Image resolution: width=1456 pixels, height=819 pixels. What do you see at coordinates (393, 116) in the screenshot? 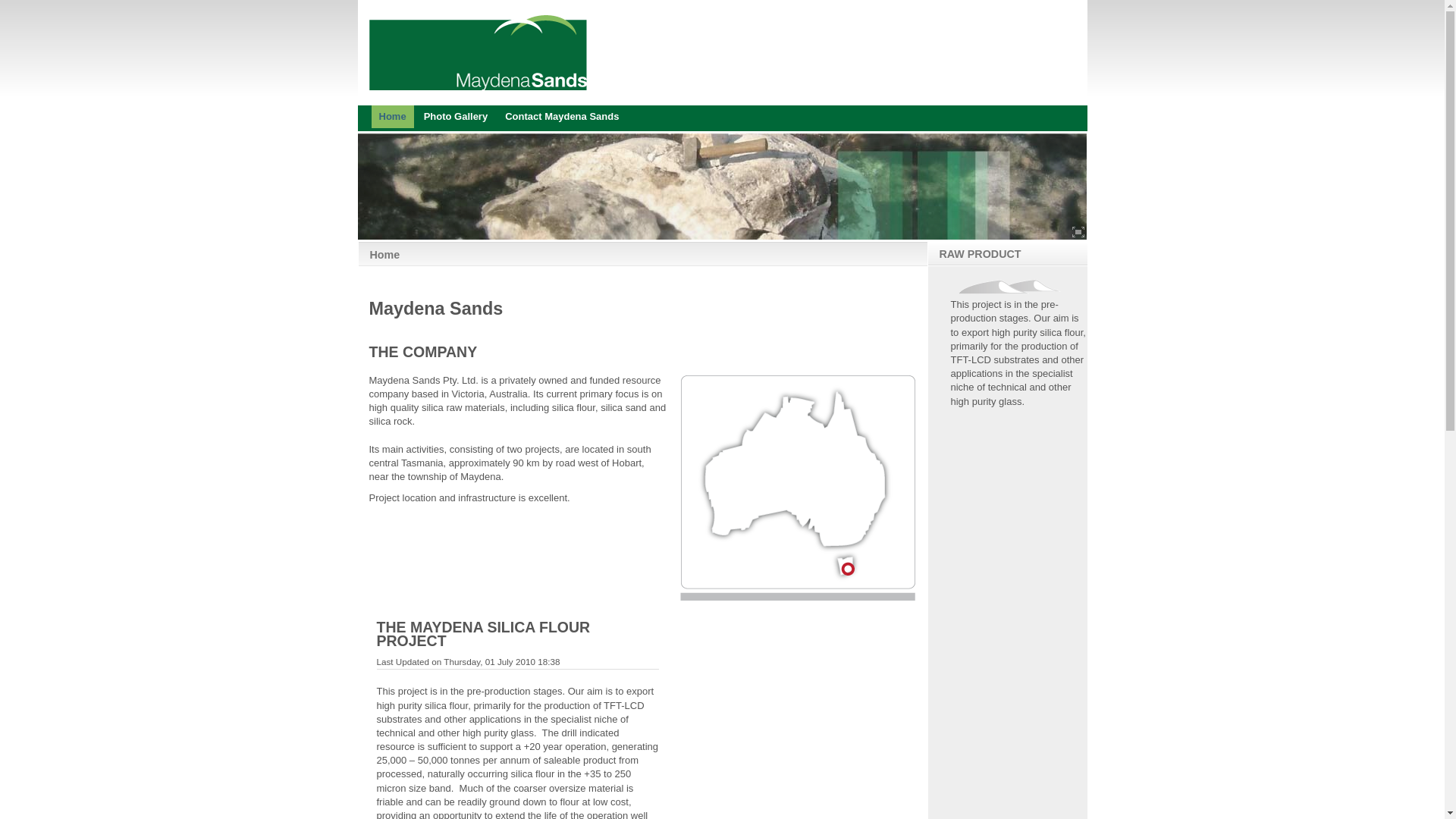
I see `'Home'` at bounding box center [393, 116].